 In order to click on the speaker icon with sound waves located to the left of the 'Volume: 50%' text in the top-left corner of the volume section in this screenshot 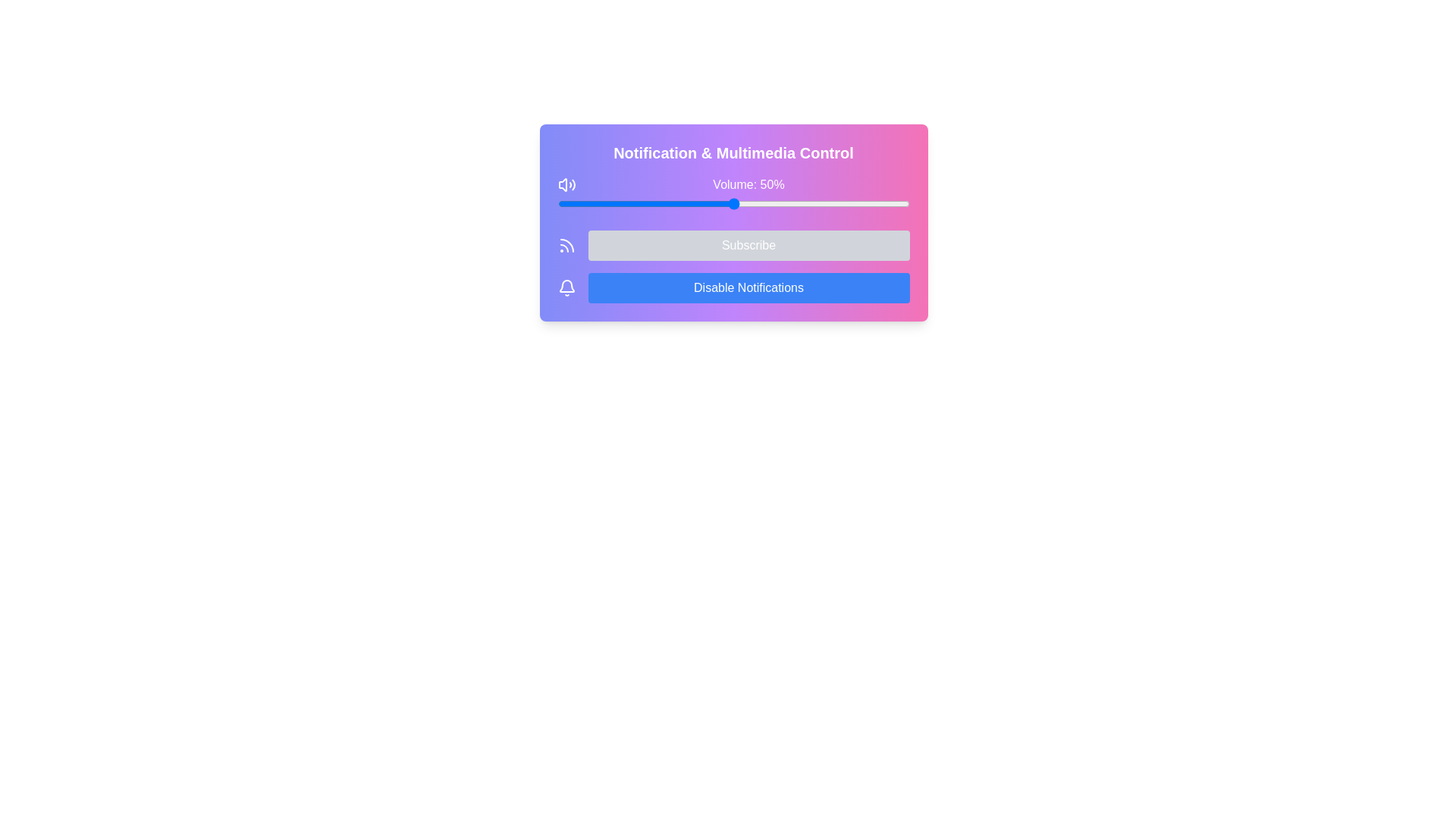, I will do `click(566, 184)`.